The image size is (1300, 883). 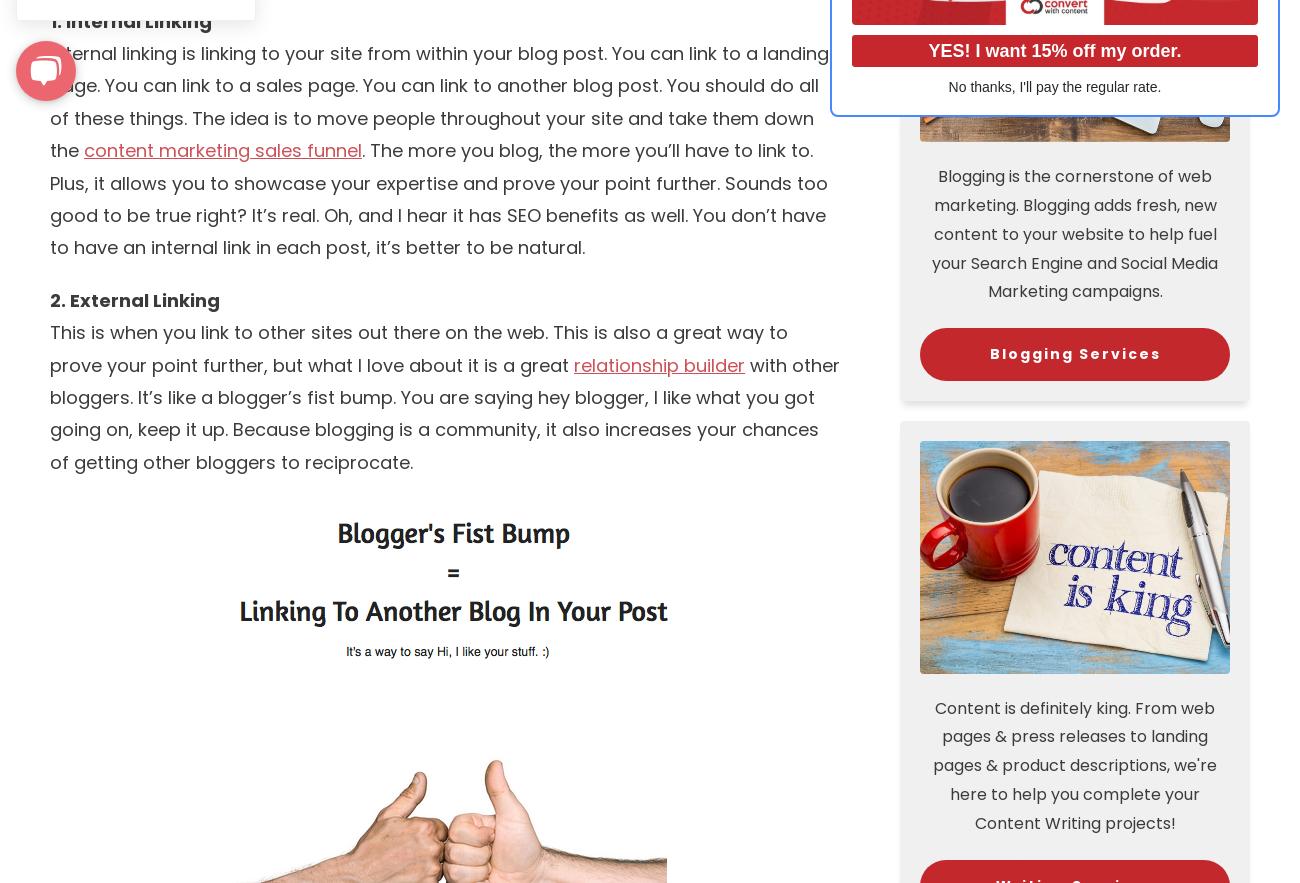 What do you see at coordinates (438, 101) in the screenshot?
I see `'Internal linking is linking to your site from within your blog post. You can link to a landing page. You can link to a sales page. You can link to another blog post. You should do all of these things. The idea is to move people throughout your site and take them down the'` at bounding box center [438, 101].